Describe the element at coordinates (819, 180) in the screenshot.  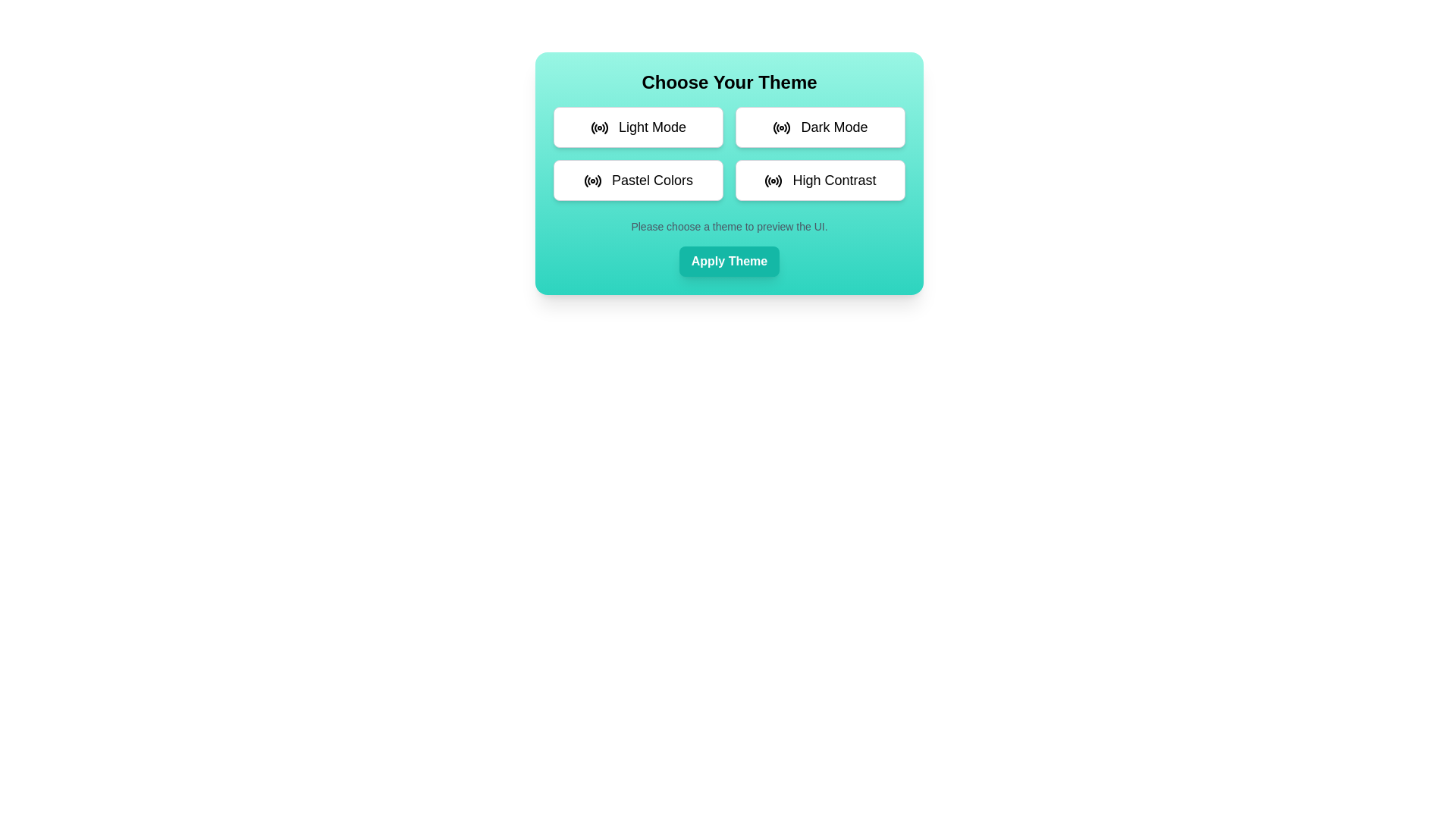
I see `the 'High Contrast' button located at the bottom-right of a 2x2 grid layout` at that location.